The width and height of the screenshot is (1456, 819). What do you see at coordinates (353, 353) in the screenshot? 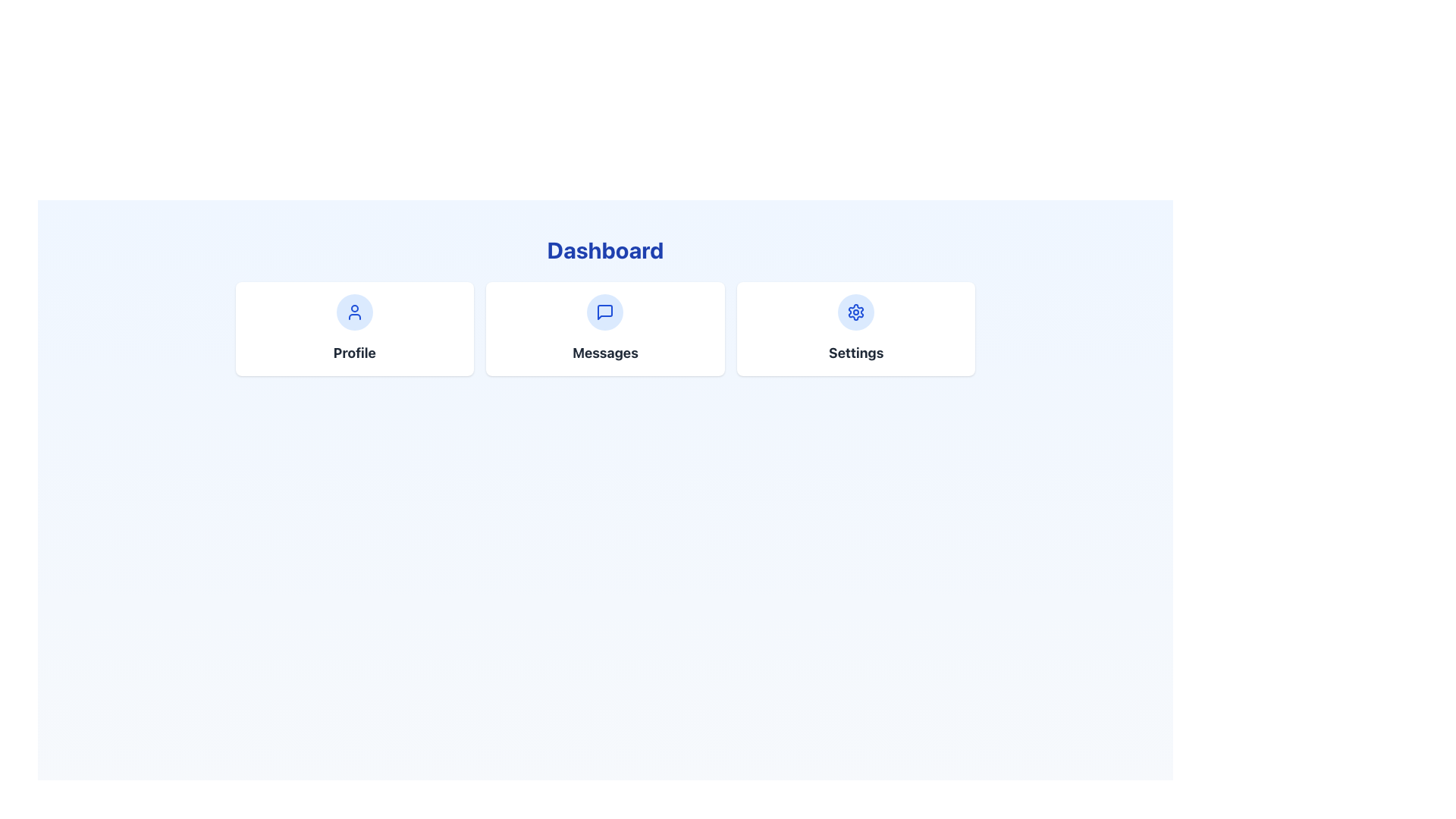
I see `the text label displaying the word 'Profile' in bold, dark gray font, which is positioned beneath a circular blue icon on the leftmost card of three similar cards` at bounding box center [353, 353].